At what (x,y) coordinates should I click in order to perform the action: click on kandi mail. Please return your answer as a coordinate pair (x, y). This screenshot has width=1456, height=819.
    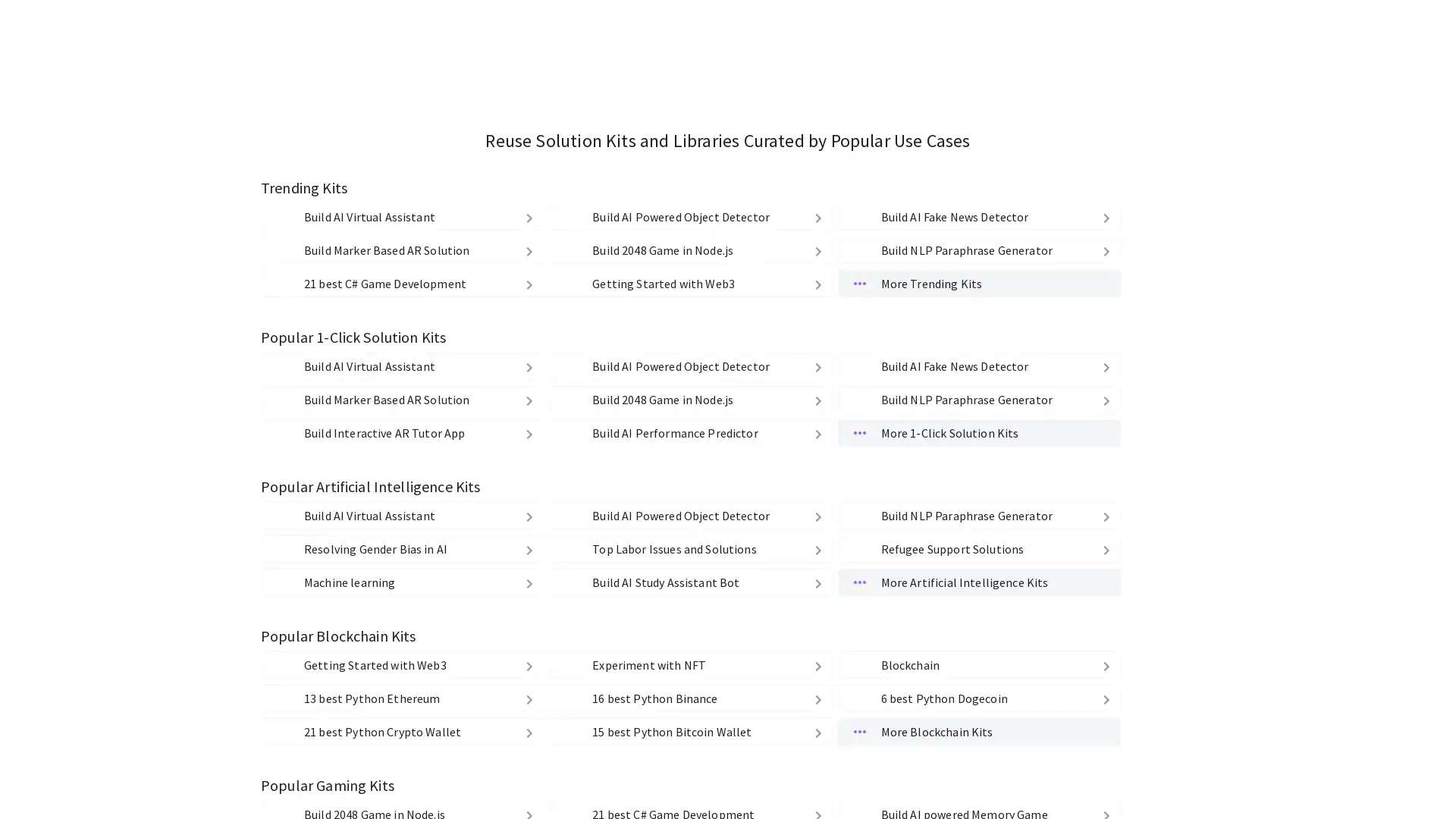
    Looking at the image, I should click on (1419, 52).